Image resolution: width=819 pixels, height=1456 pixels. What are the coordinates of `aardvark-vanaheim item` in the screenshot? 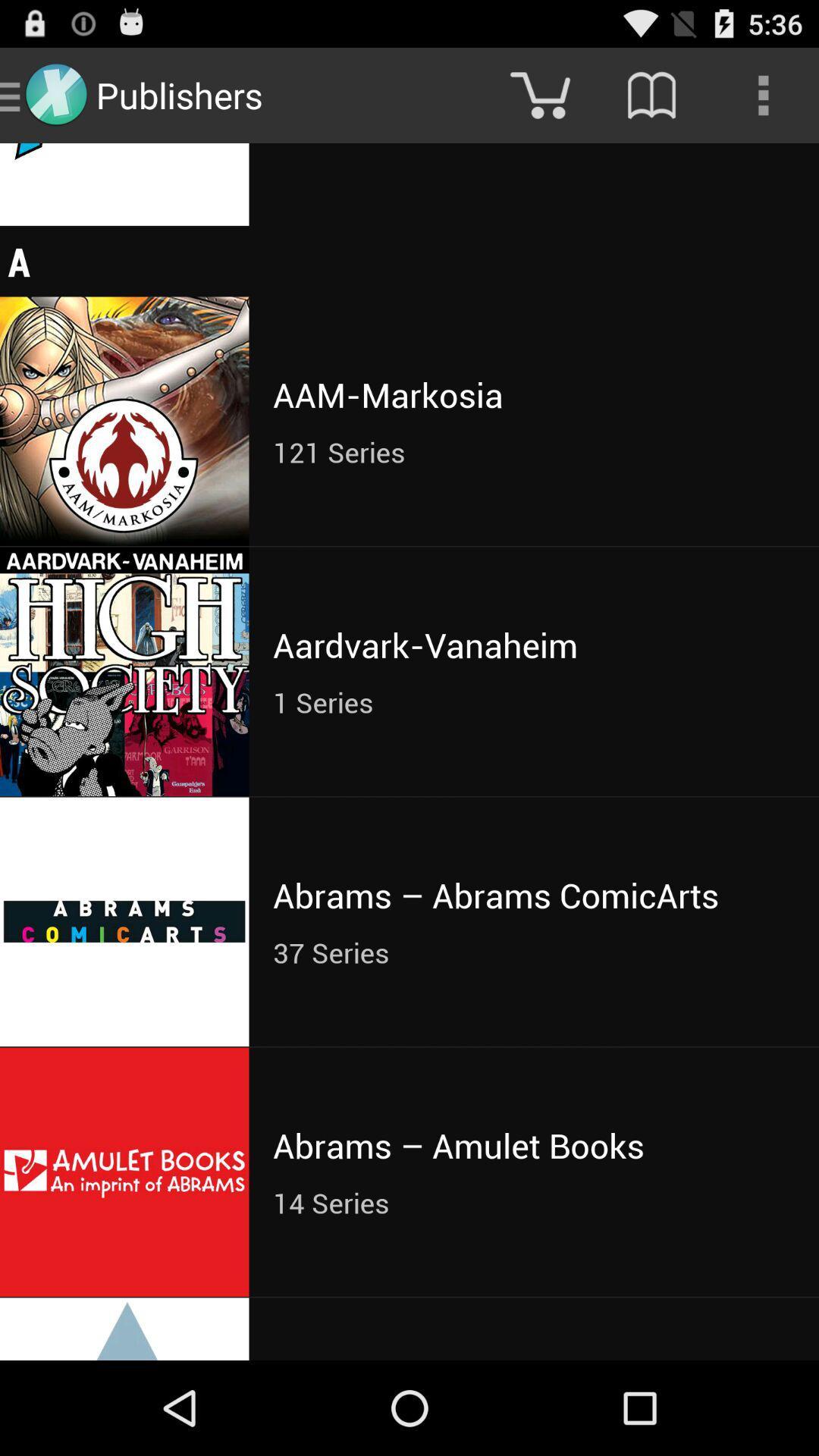 It's located at (533, 645).